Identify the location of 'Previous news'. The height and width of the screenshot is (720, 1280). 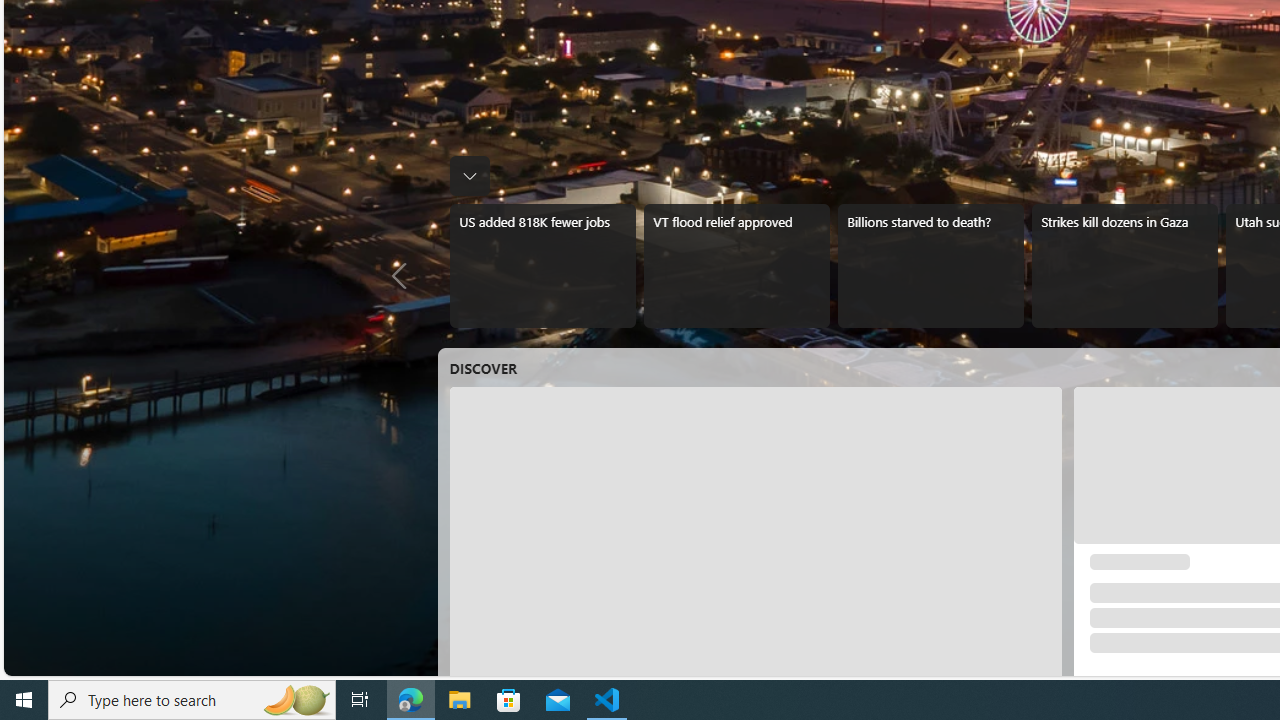
(403, 276).